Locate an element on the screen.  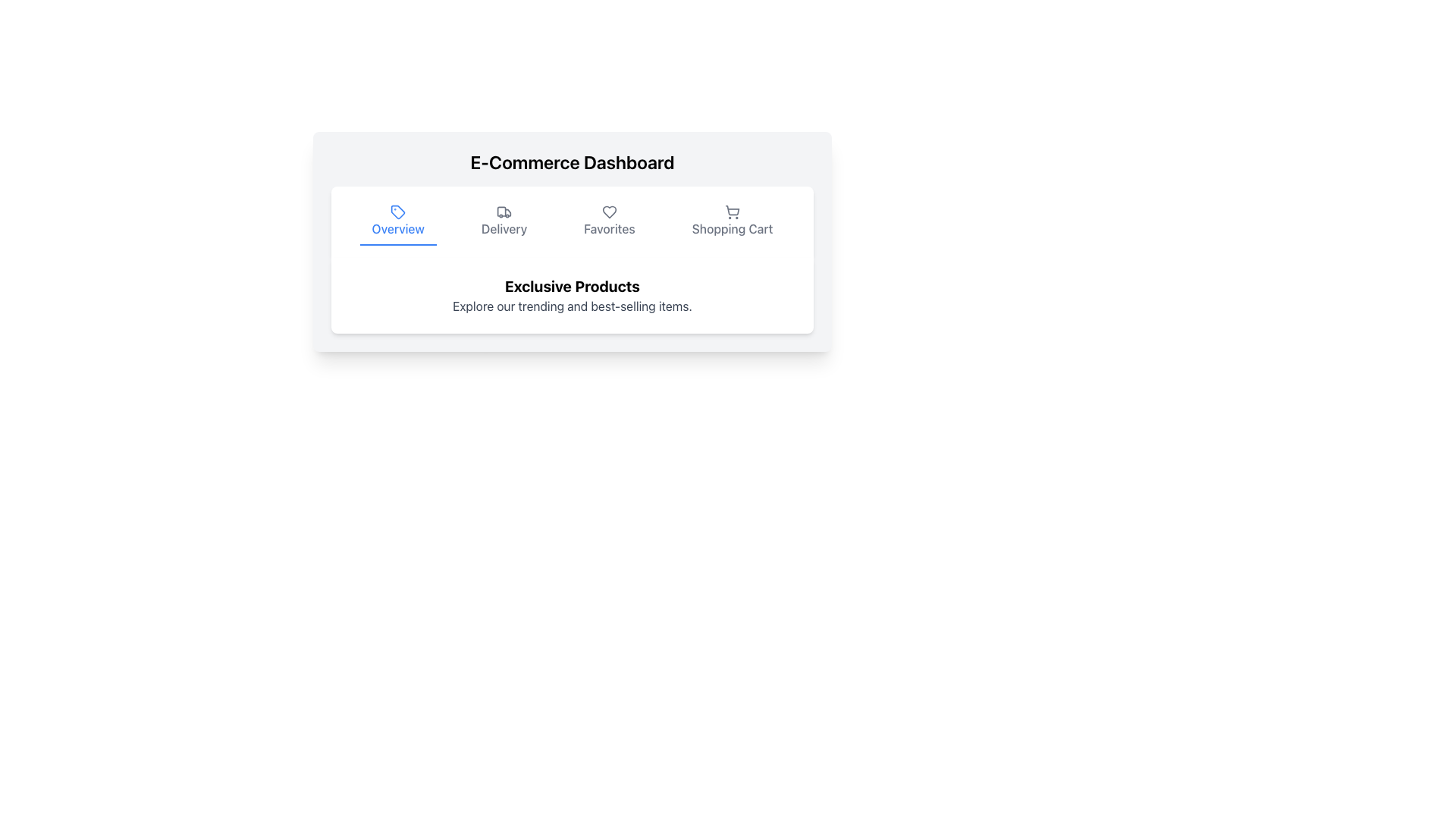
the 'Favorites' button, which is a vertically-aligned button with a heart icon and the label 'Favorites', located in the center of the navigation bar is located at coordinates (609, 222).